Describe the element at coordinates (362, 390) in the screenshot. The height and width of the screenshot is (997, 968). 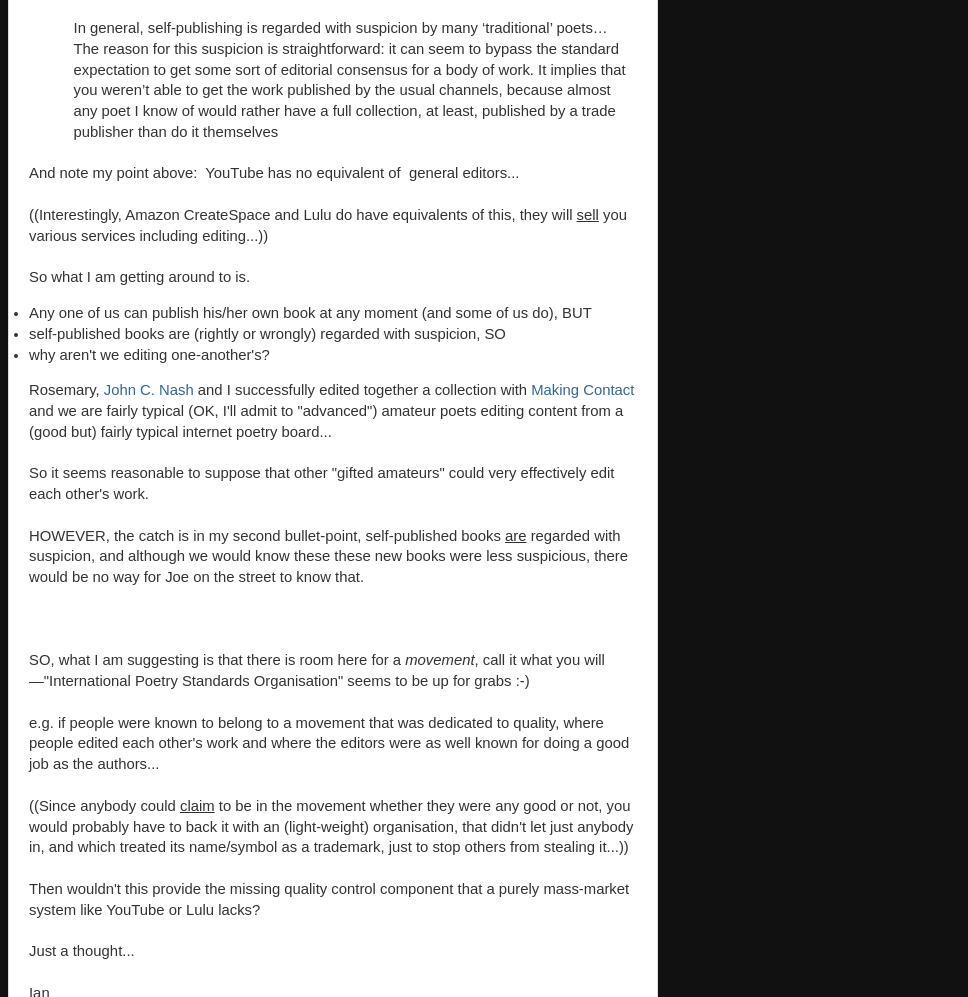
I see `'and I successfully edited together a collection with'` at that location.